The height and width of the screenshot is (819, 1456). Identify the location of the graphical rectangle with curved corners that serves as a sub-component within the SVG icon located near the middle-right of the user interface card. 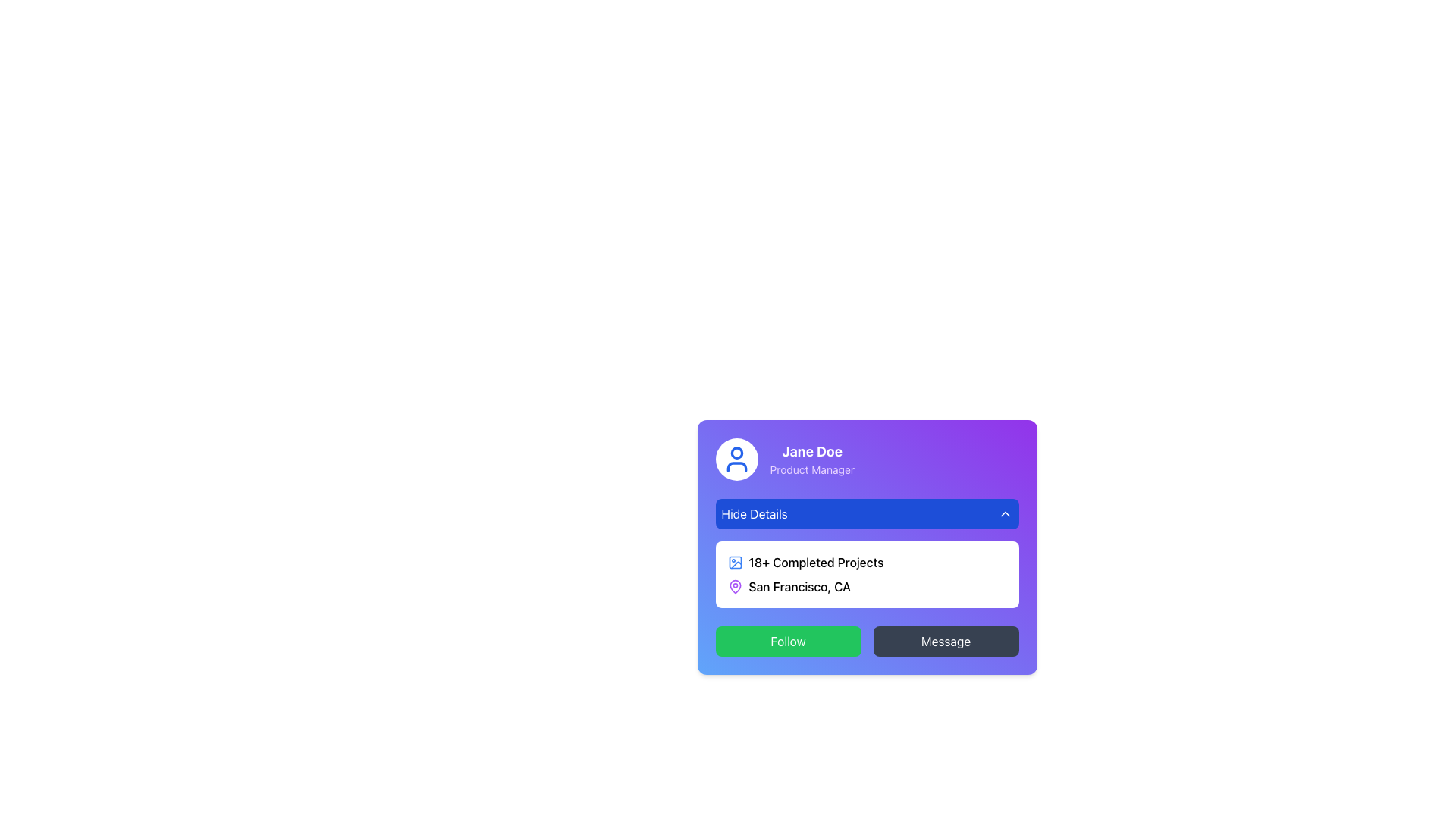
(735, 562).